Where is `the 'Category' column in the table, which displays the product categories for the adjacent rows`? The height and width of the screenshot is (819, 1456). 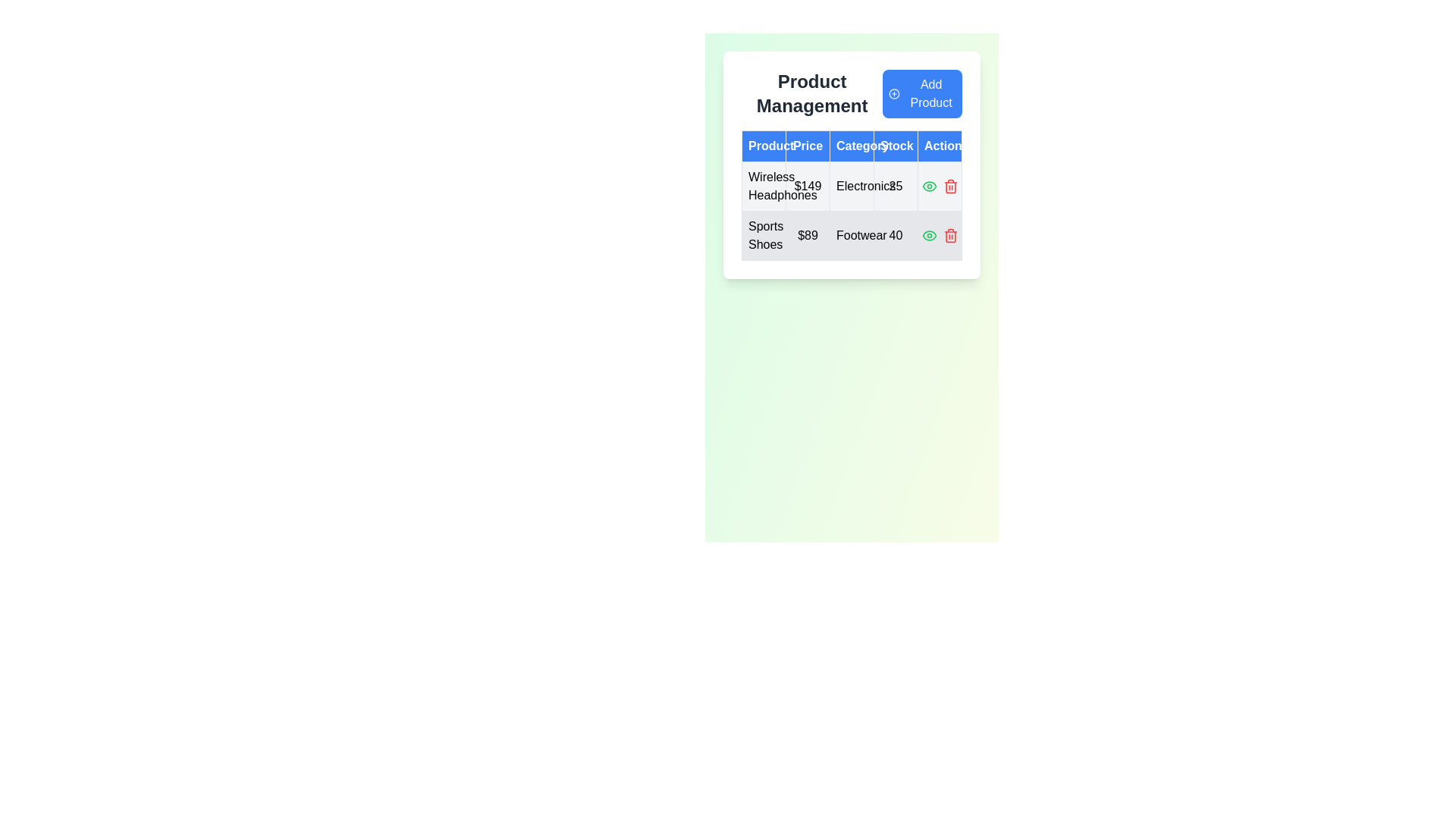 the 'Category' column in the table, which displays the product categories for the adjacent rows is located at coordinates (852, 165).